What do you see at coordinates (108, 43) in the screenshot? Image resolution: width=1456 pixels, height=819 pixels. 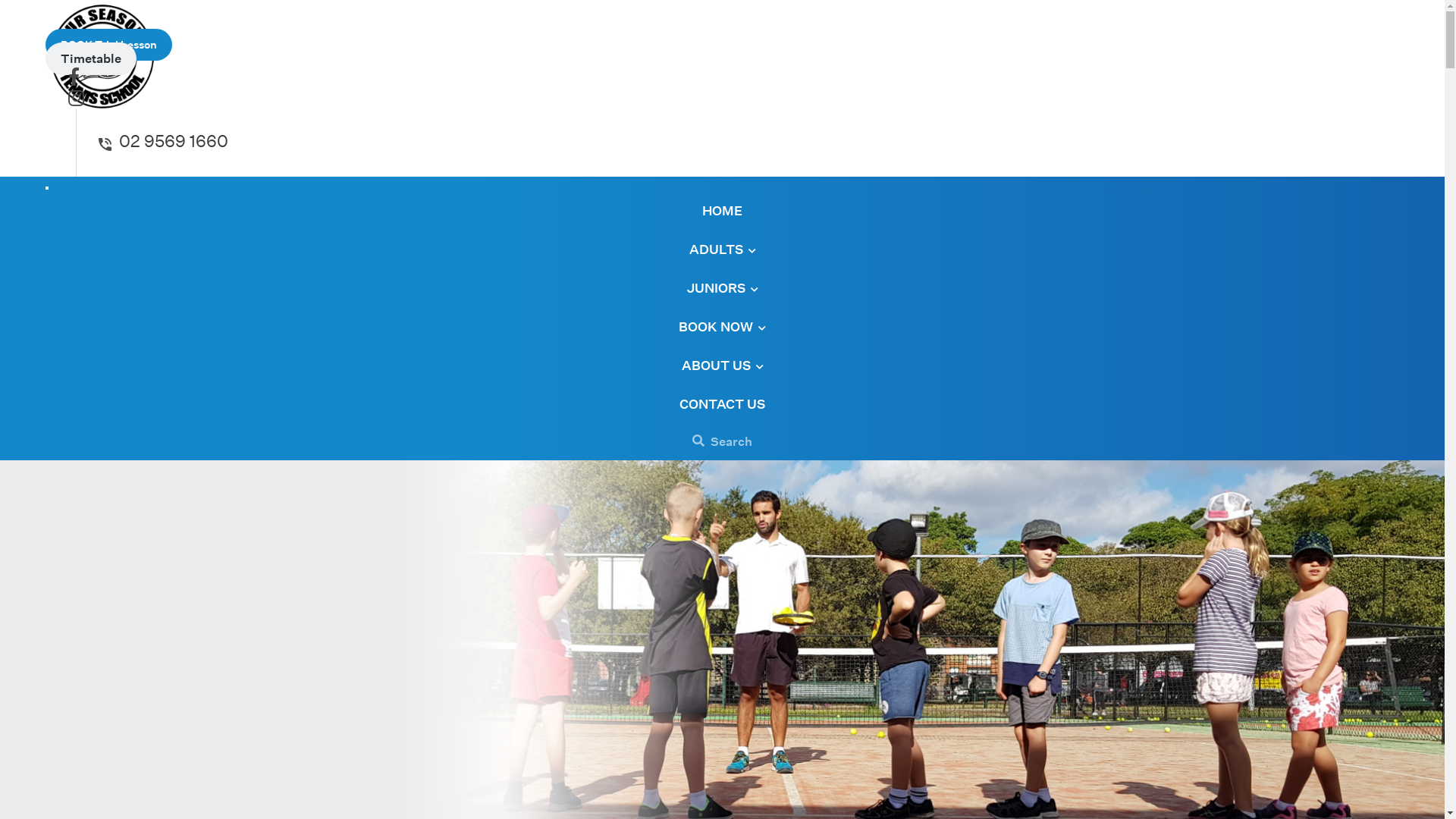 I see `'BOOK Trial Lesson'` at bounding box center [108, 43].